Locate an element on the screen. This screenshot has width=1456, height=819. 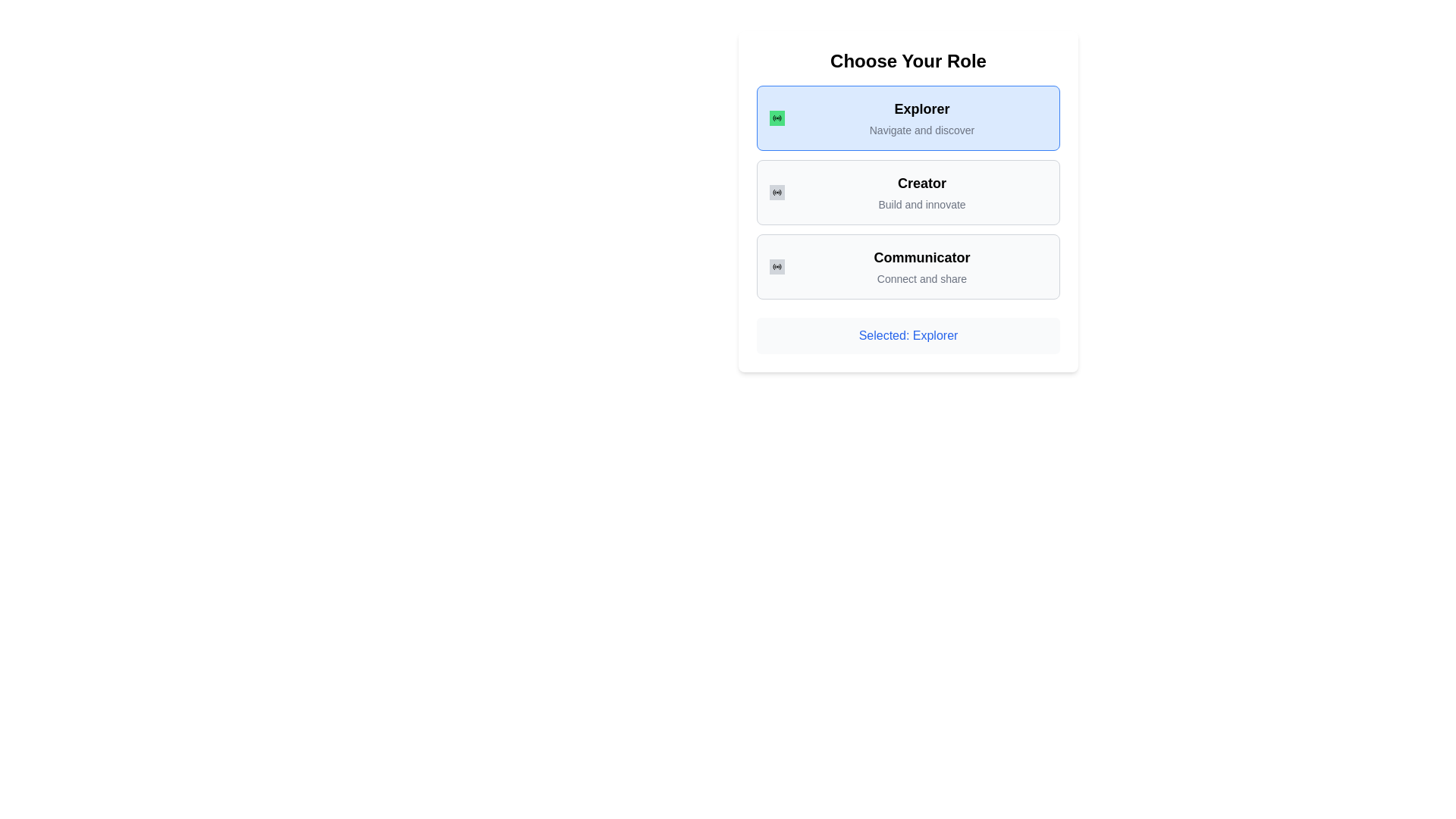
the 'Communicator' icon in the 'Choose Your Role' section of the interface, which is located to the left of the title and subtitle texts is located at coordinates (777, 265).